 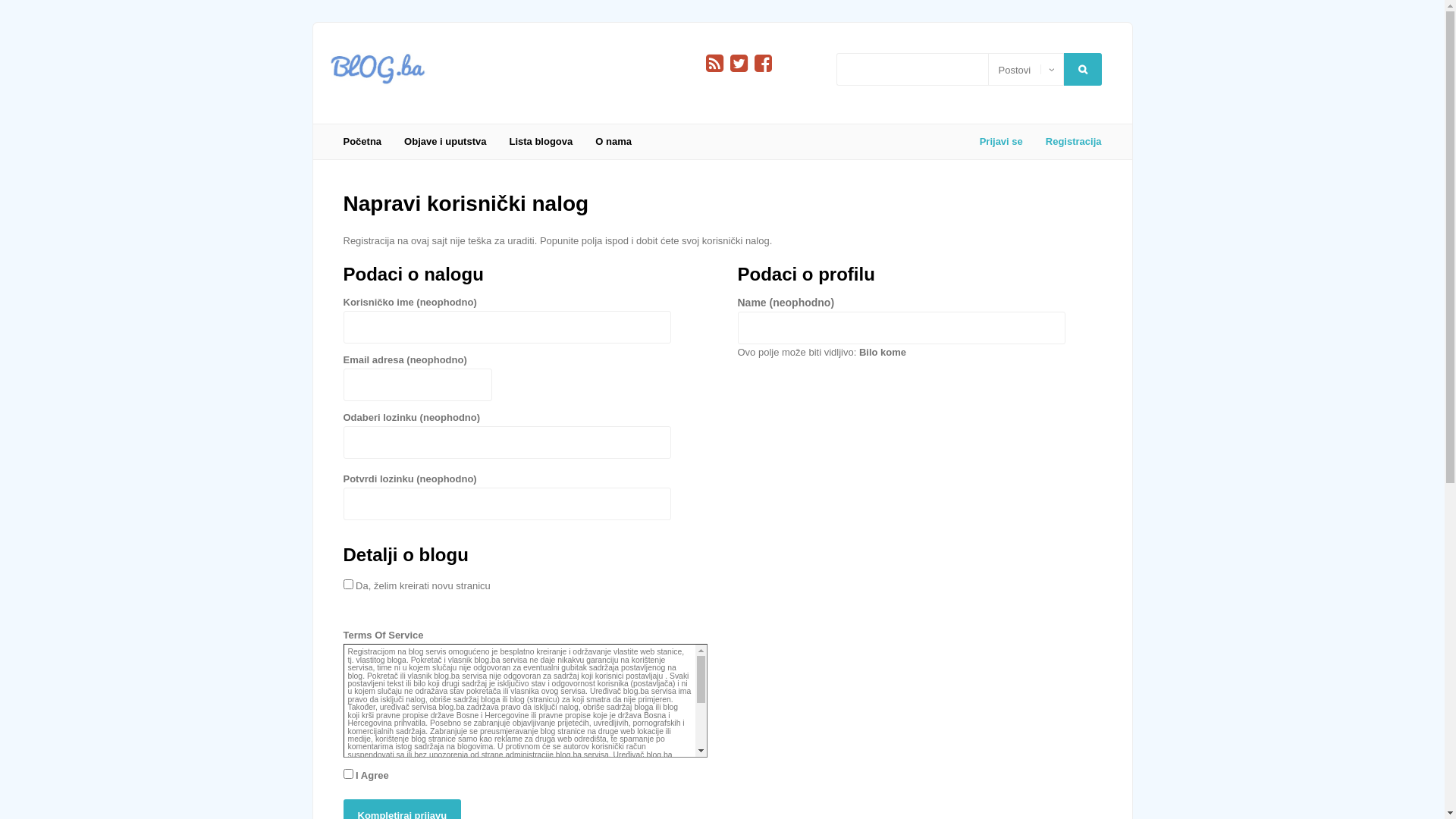 What do you see at coordinates (541, 141) in the screenshot?
I see `'Lista blogova'` at bounding box center [541, 141].